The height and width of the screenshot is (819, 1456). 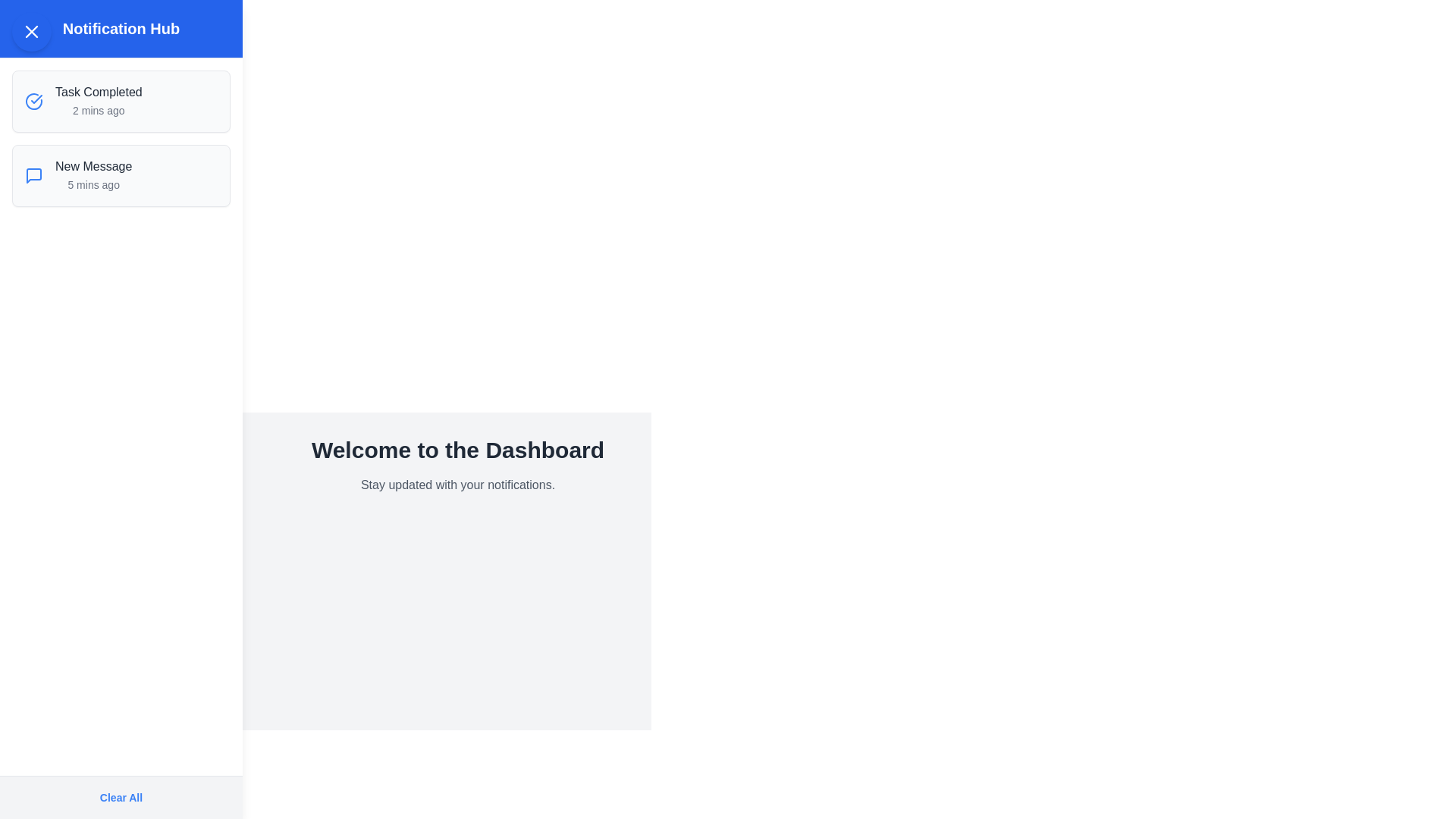 What do you see at coordinates (120, 797) in the screenshot?
I see `the interactive link located at the bottom-left corner of the interface within the gray background footer` at bounding box center [120, 797].